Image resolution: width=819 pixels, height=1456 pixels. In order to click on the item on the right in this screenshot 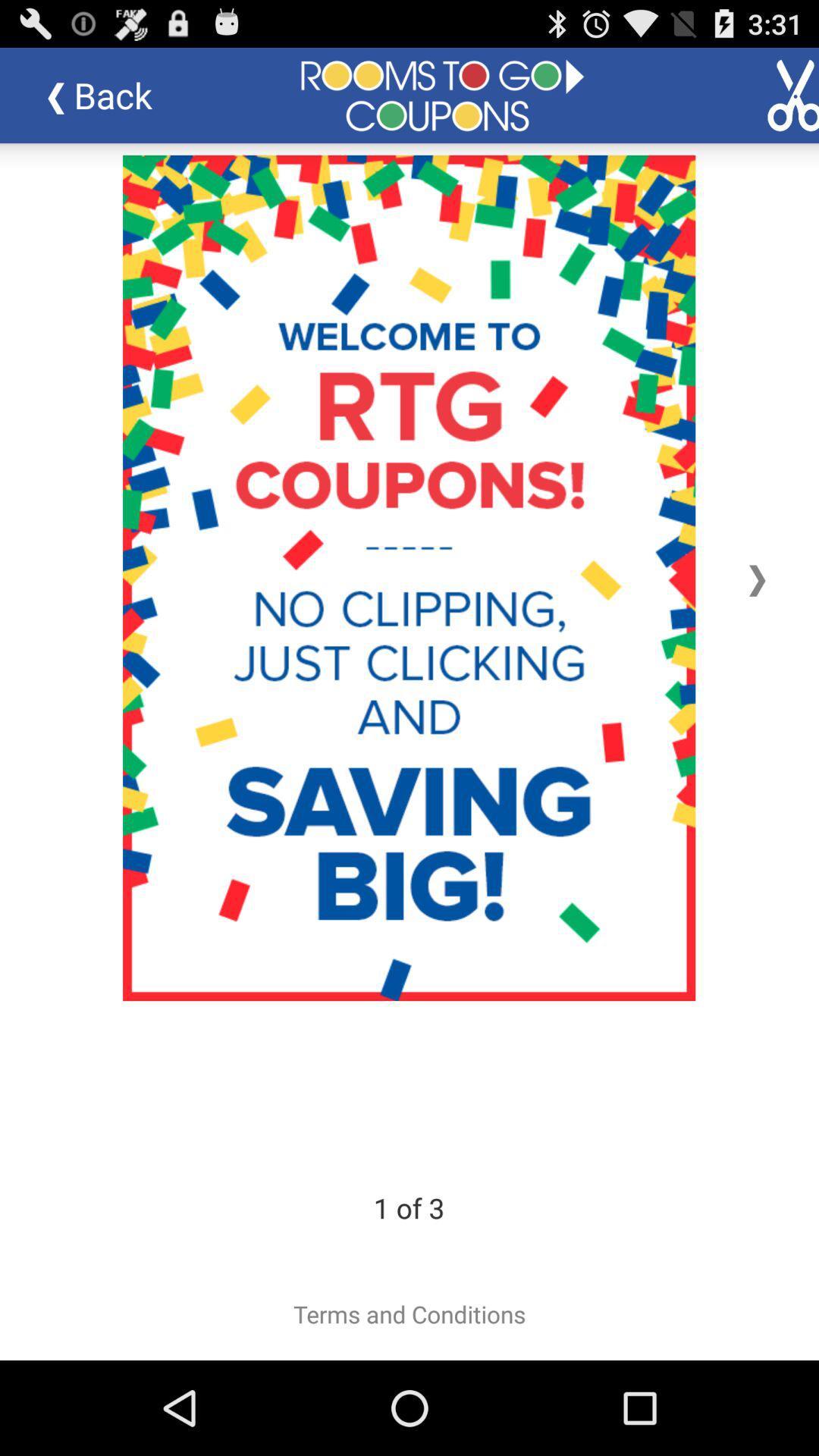, I will do `click(757, 577)`.